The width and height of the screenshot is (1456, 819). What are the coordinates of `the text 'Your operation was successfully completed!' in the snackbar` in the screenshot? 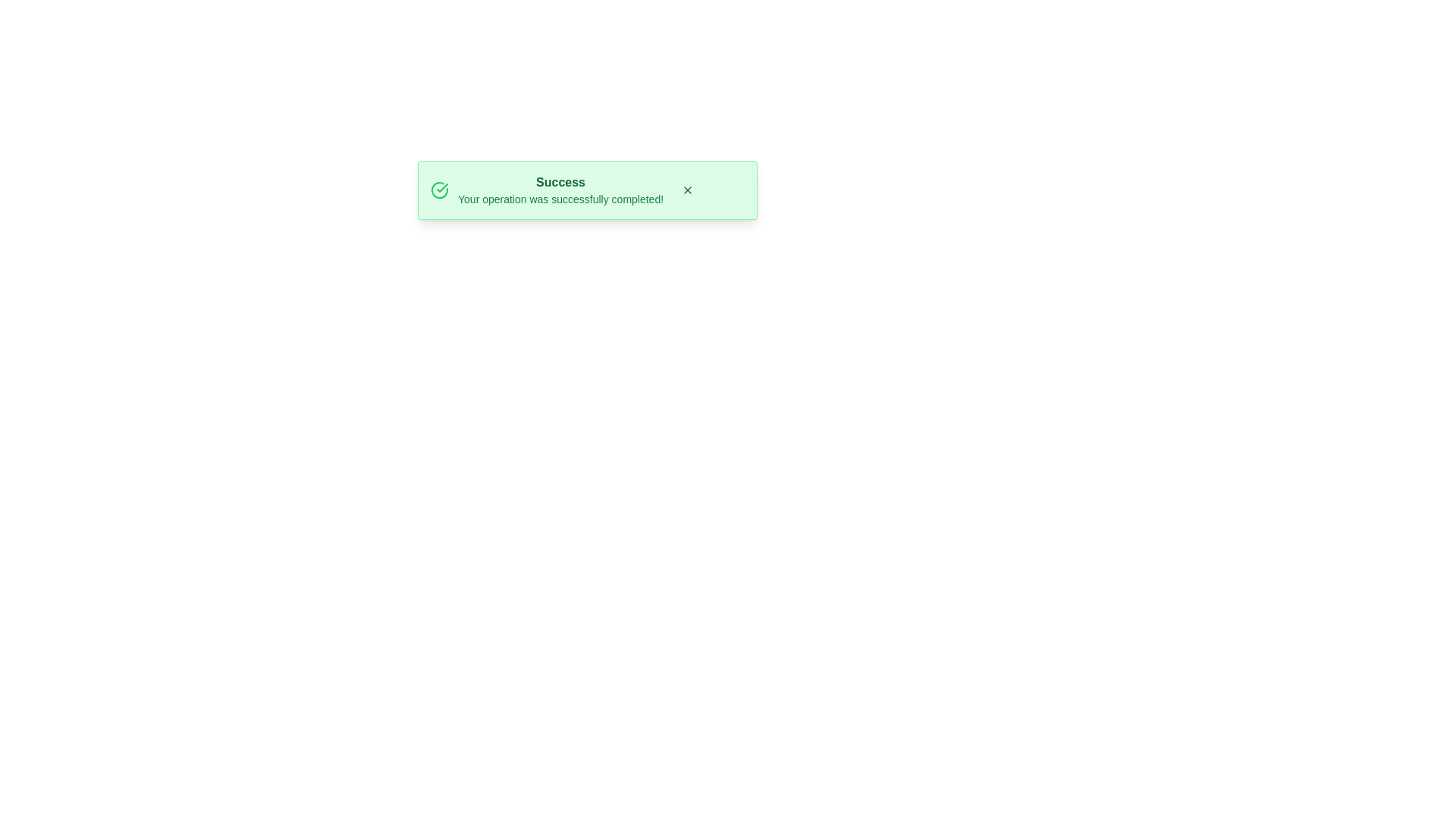 It's located at (560, 198).